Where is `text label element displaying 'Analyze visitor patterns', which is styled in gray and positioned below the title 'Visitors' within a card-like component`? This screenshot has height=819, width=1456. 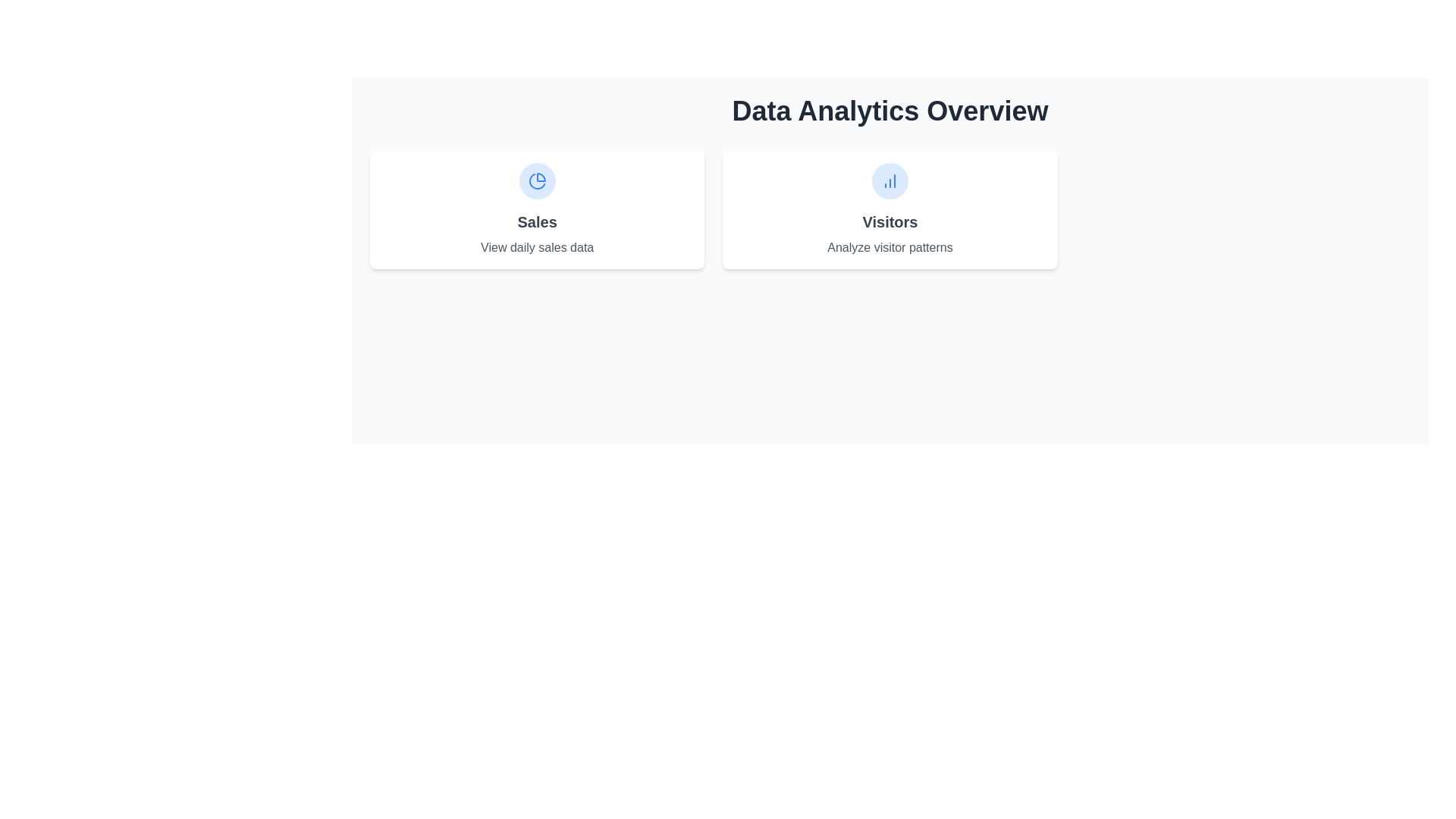
text label element displaying 'Analyze visitor patterns', which is styled in gray and positioned below the title 'Visitors' within a card-like component is located at coordinates (890, 247).